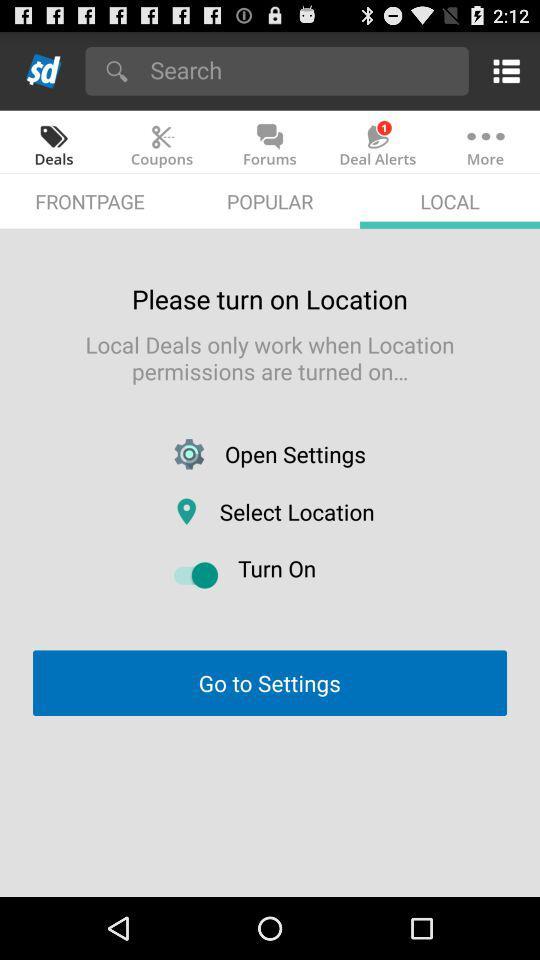 The width and height of the screenshot is (540, 960). I want to click on the go to settings app, so click(269, 683).